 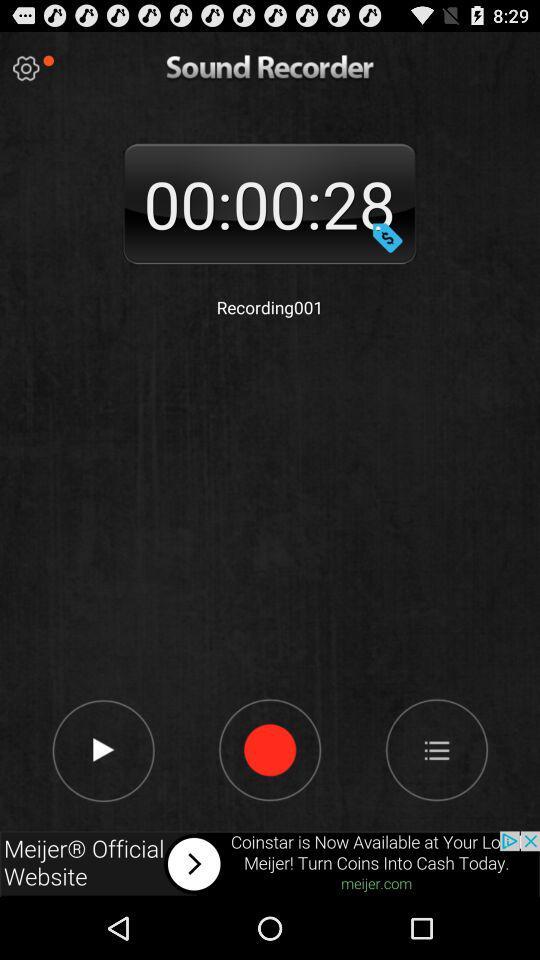 I want to click on start recorder, so click(x=269, y=748).